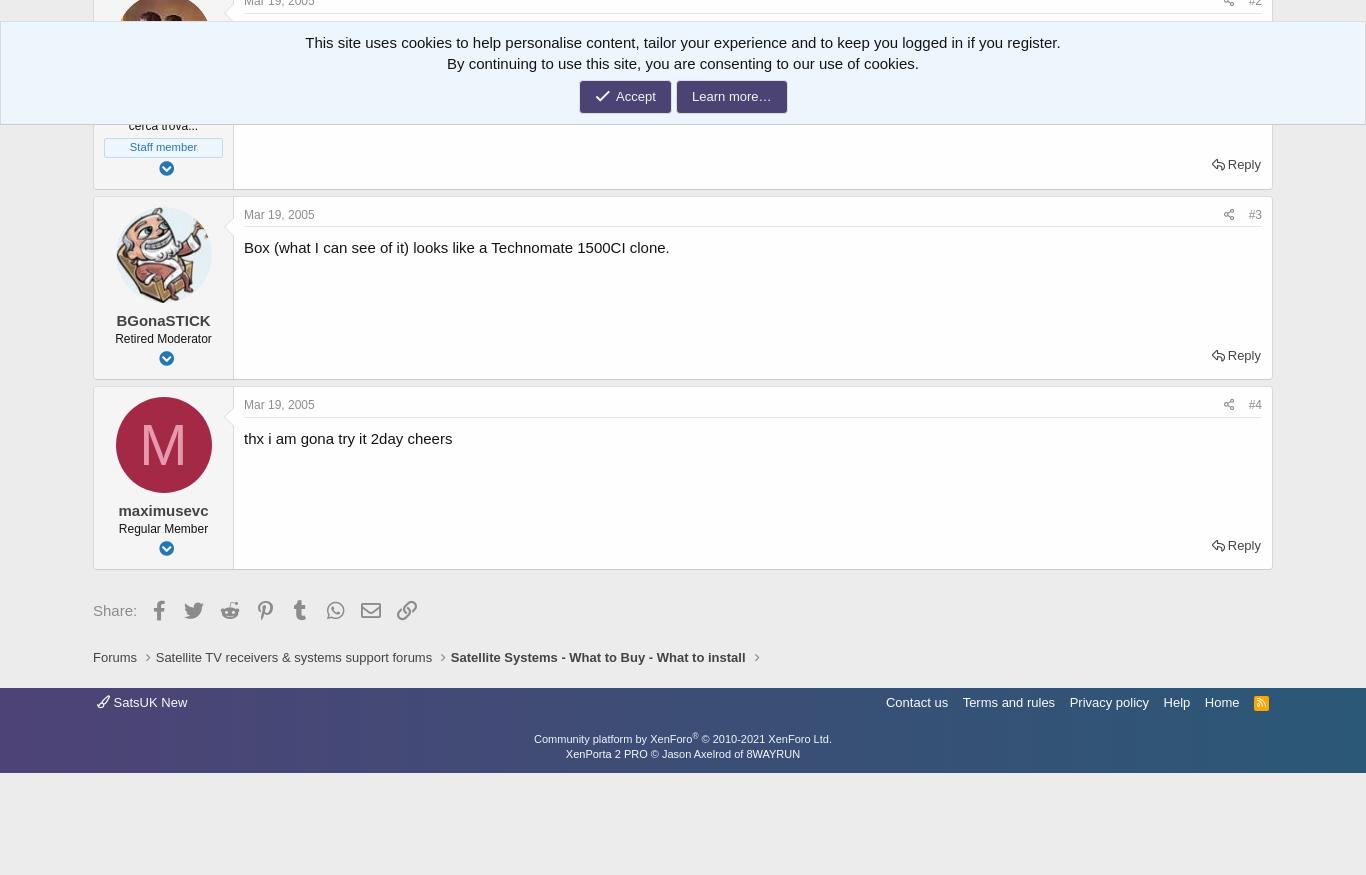  What do you see at coordinates (596, 656) in the screenshot?
I see `'Satellite Systems - What to Buy - What to install'` at bounding box center [596, 656].